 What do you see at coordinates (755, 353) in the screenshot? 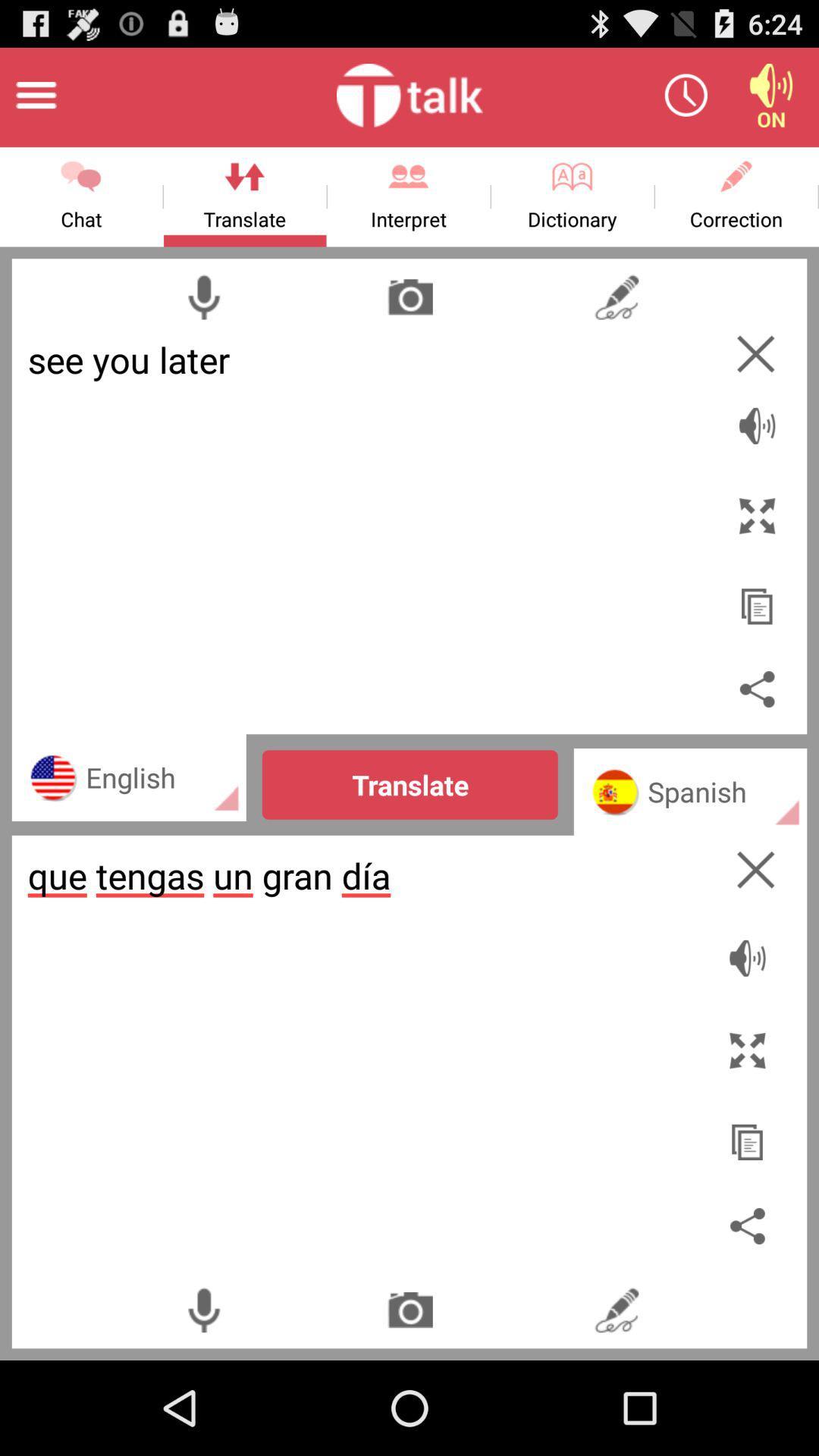
I see `clear` at bounding box center [755, 353].